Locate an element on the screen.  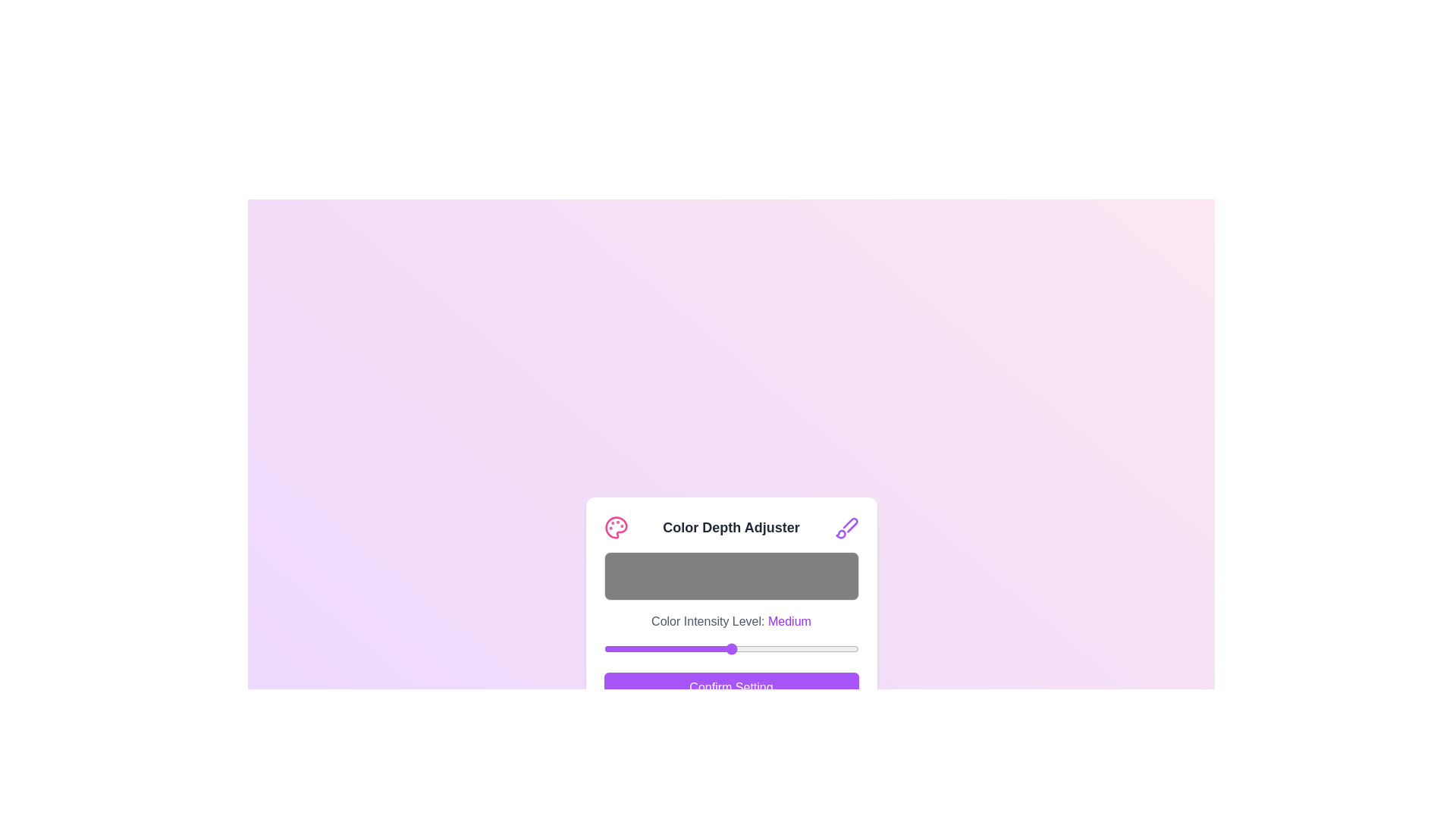
the color intensity slider to 34 where 34 is a value between 0 and 255 is located at coordinates (638, 648).